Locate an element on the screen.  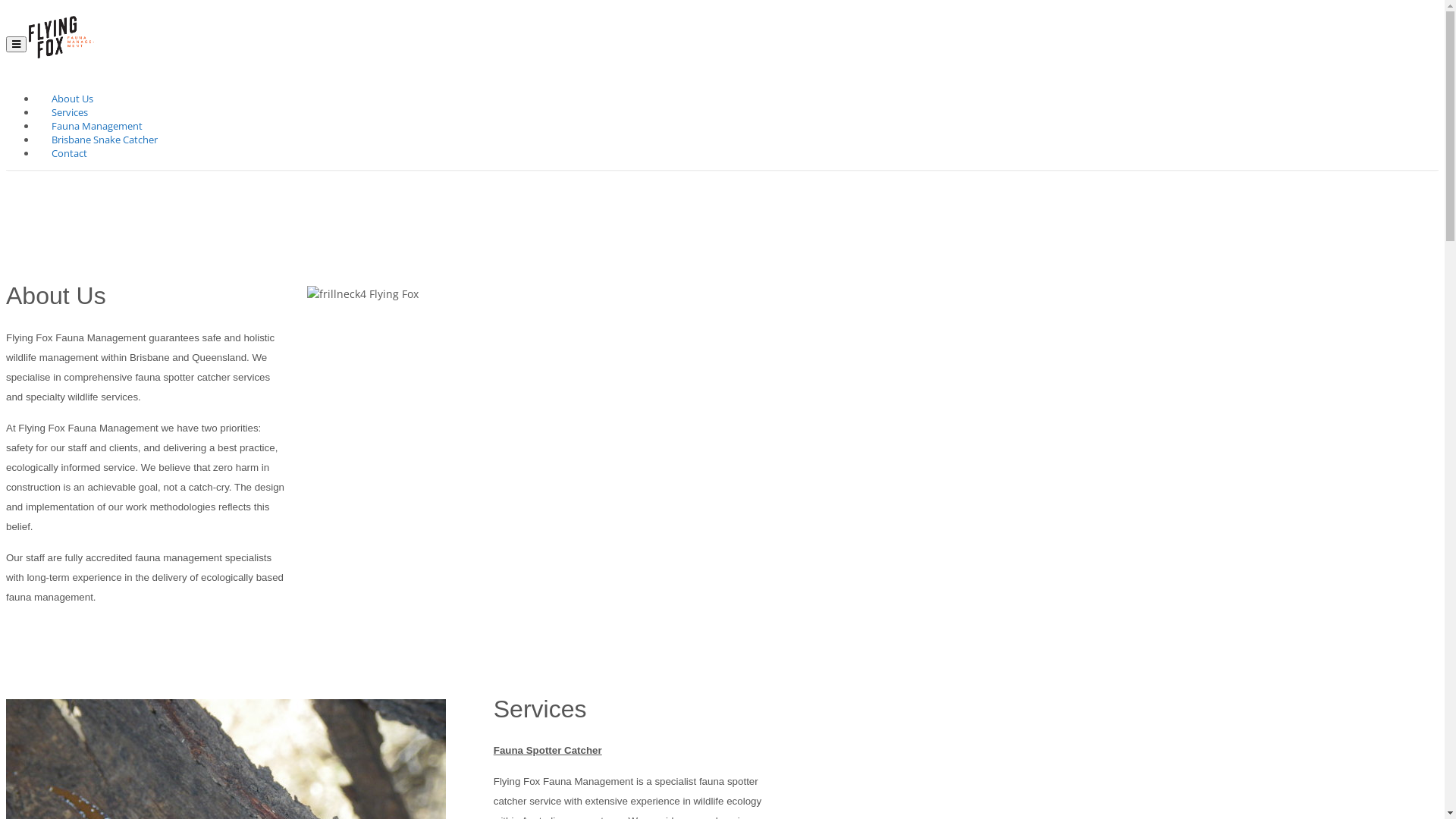
'Services' is located at coordinates (47, 112).